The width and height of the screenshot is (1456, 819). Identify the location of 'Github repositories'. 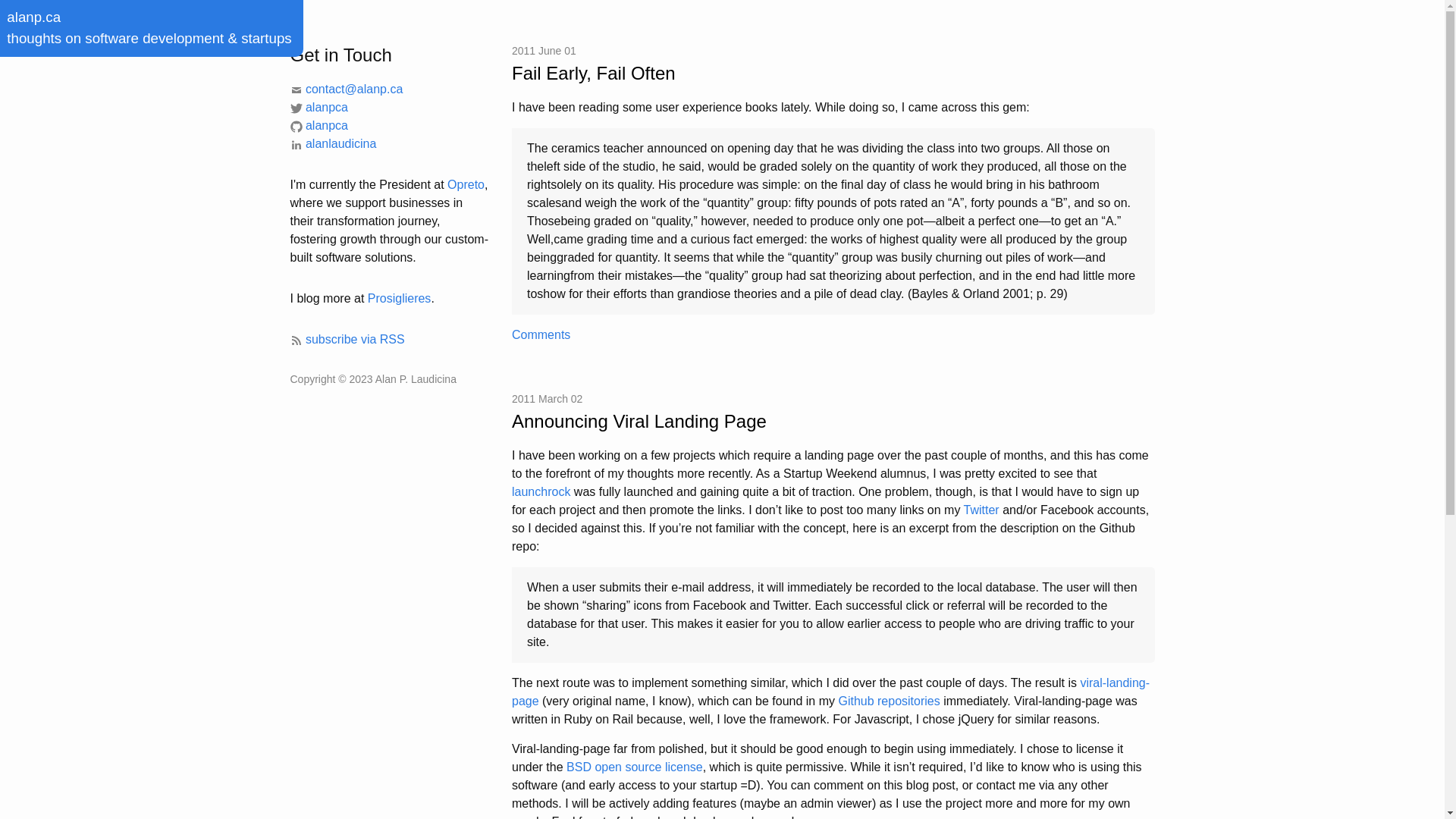
(836, 701).